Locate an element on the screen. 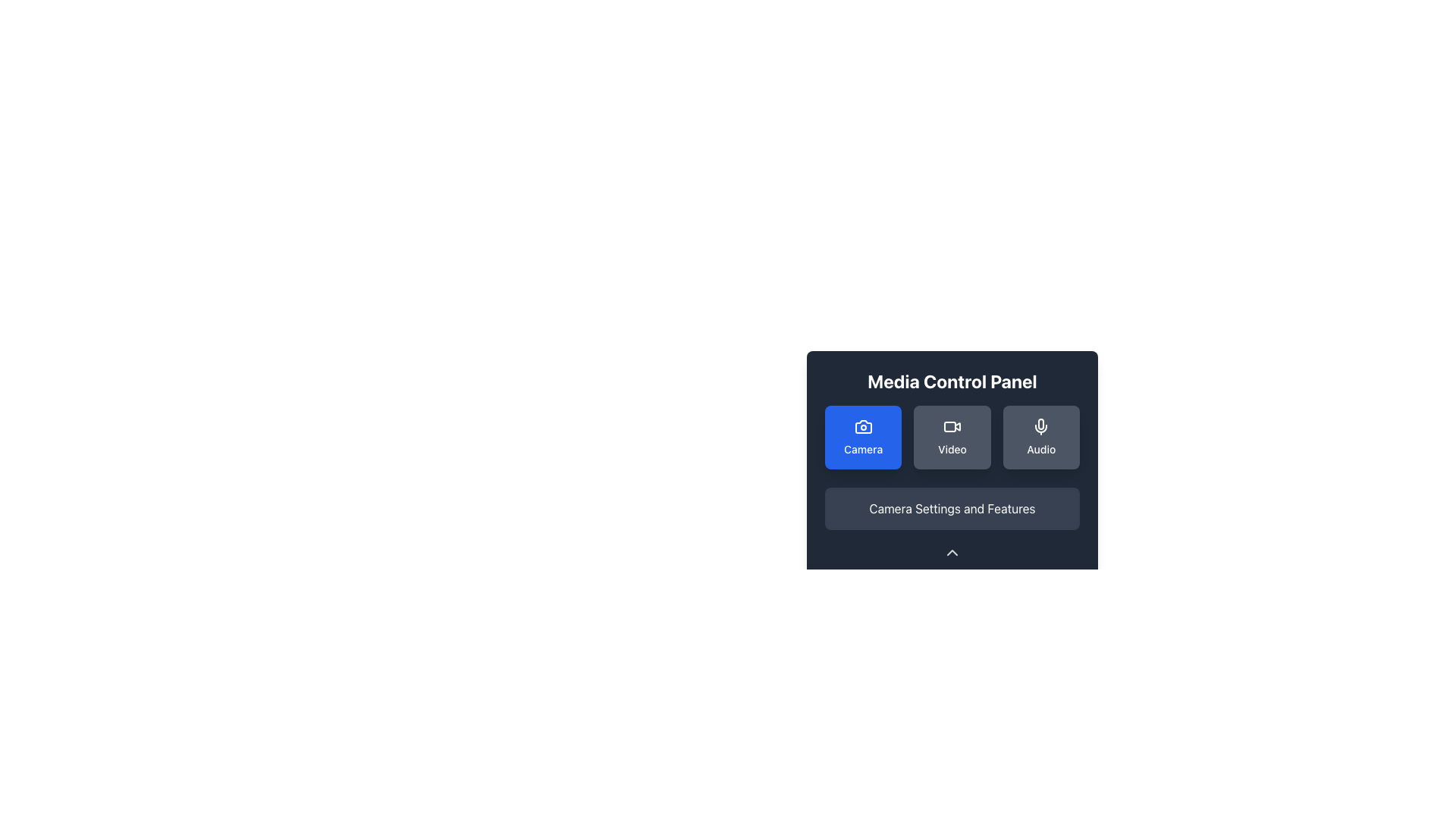 This screenshot has height=819, width=1456. the 'Camera' button in the Media Control Panel, which contains a minimalist outline style camera icon with a blue background and rounded borders is located at coordinates (863, 427).